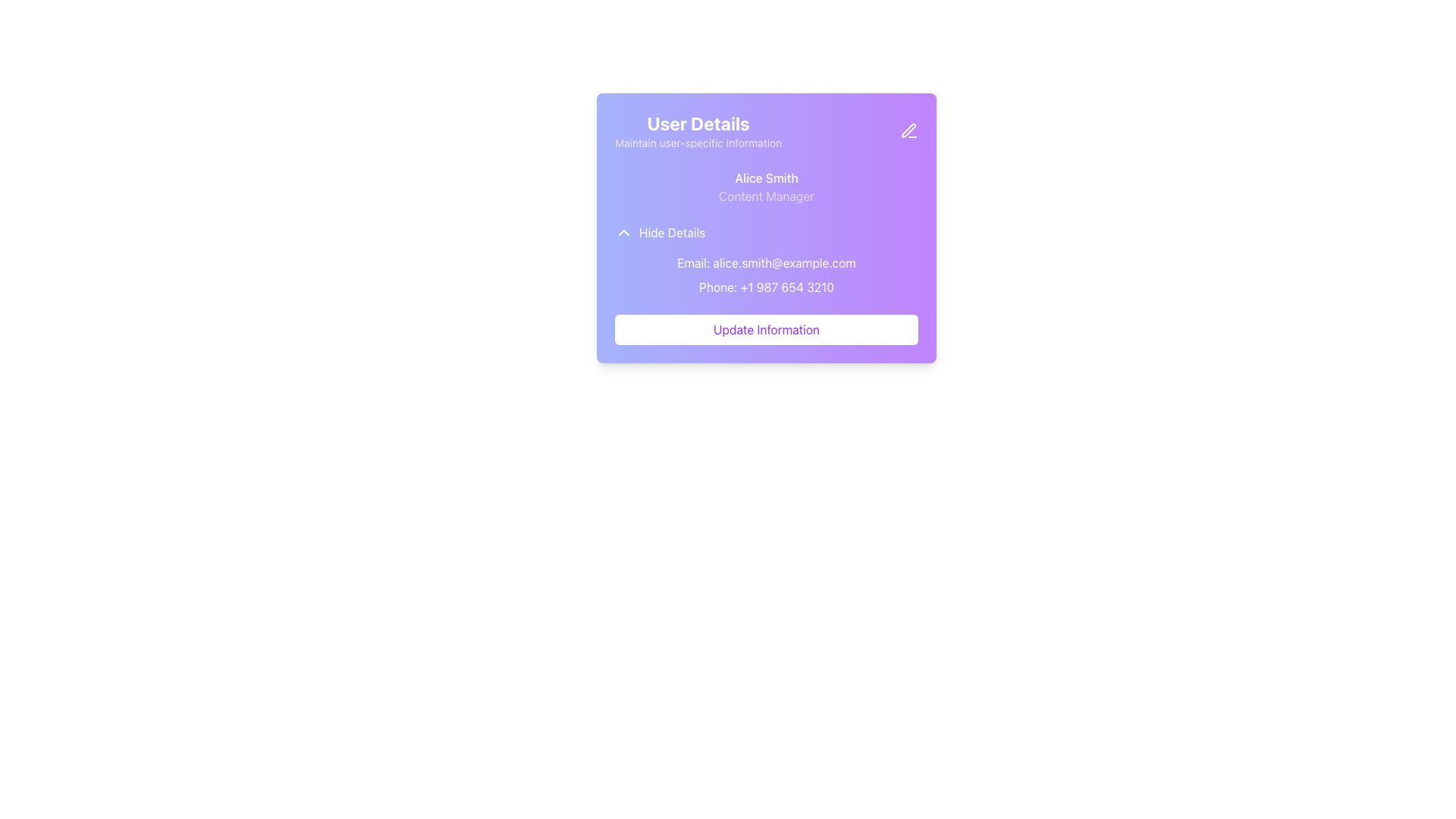 The height and width of the screenshot is (819, 1456). Describe the element at coordinates (767, 262) in the screenshot. I see `email address displayed in the static text element located above the phone number element` at that location.